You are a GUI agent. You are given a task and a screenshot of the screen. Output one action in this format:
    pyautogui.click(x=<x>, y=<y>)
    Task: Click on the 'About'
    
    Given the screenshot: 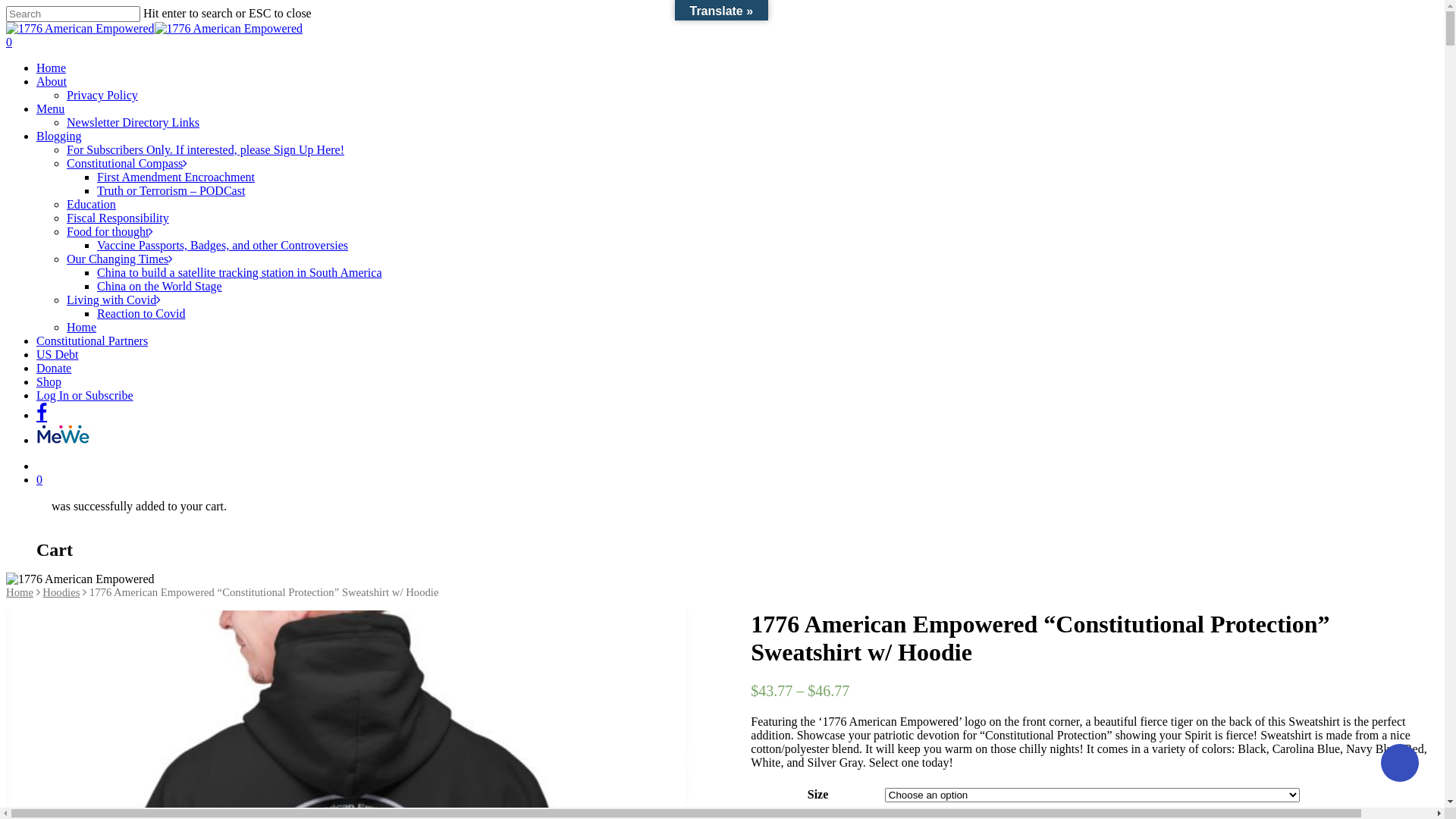 What is the action you would take?
    pyautogui.click(x=36, y=81)
    